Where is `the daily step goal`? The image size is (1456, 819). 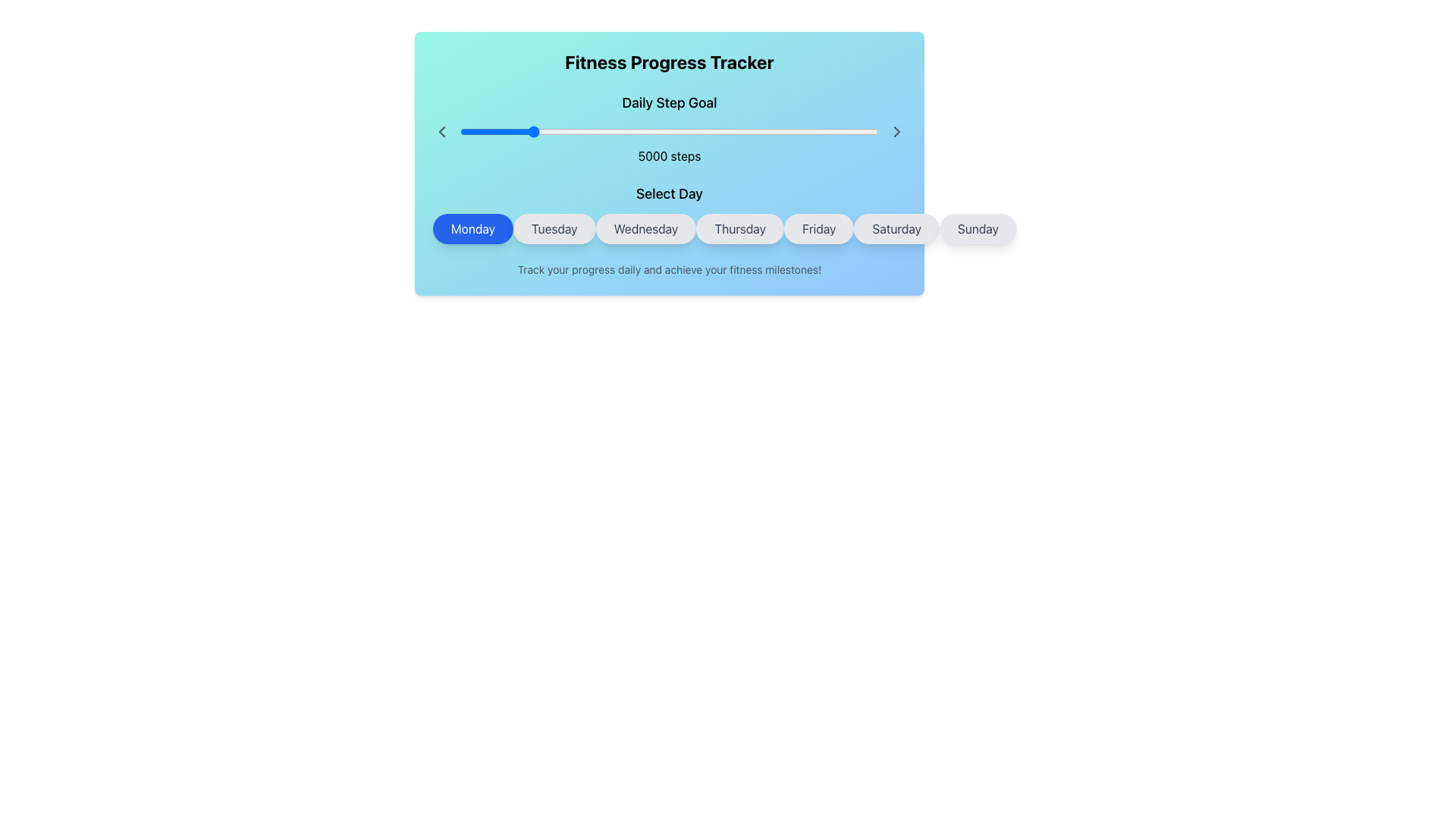
the daily step goal is located at coordinates (541, 130).